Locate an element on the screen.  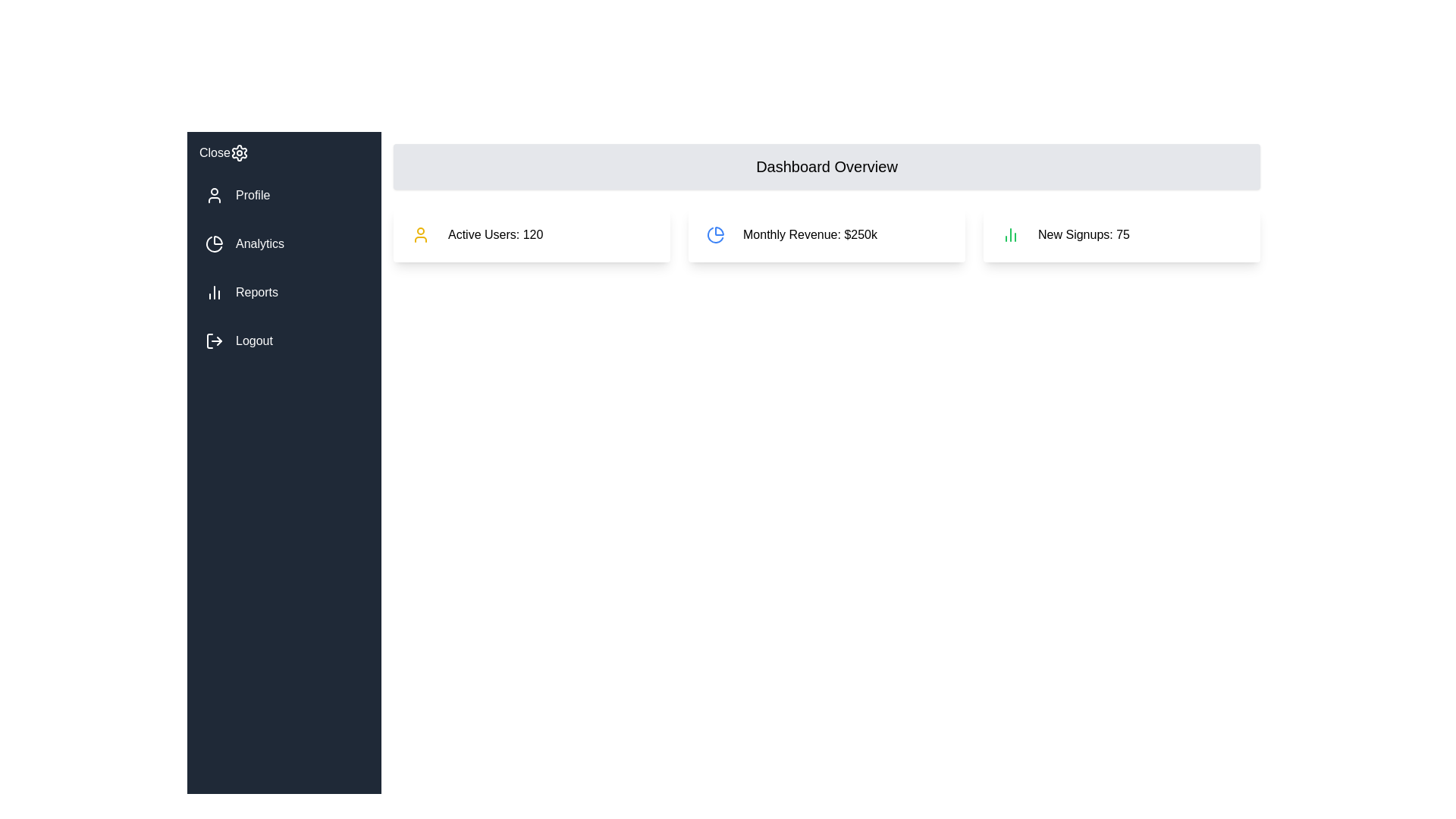
text label indicating navigation to the Profile section, which is positioned below the 'Close' setting icon and above the 'Analytics' option in the vertical navigation bar is located at coordinates (253, 195).